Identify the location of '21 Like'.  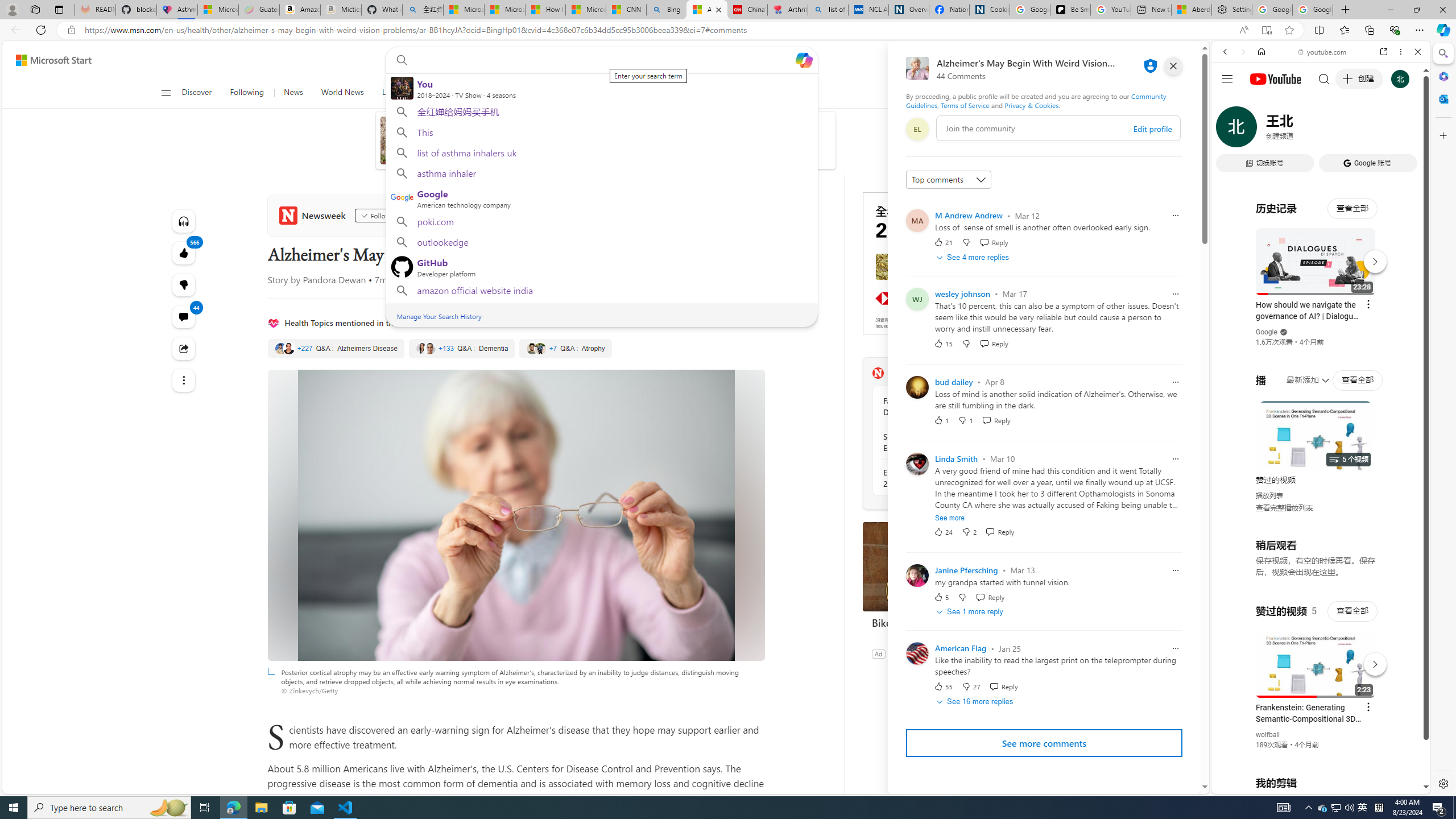
(942, 242).